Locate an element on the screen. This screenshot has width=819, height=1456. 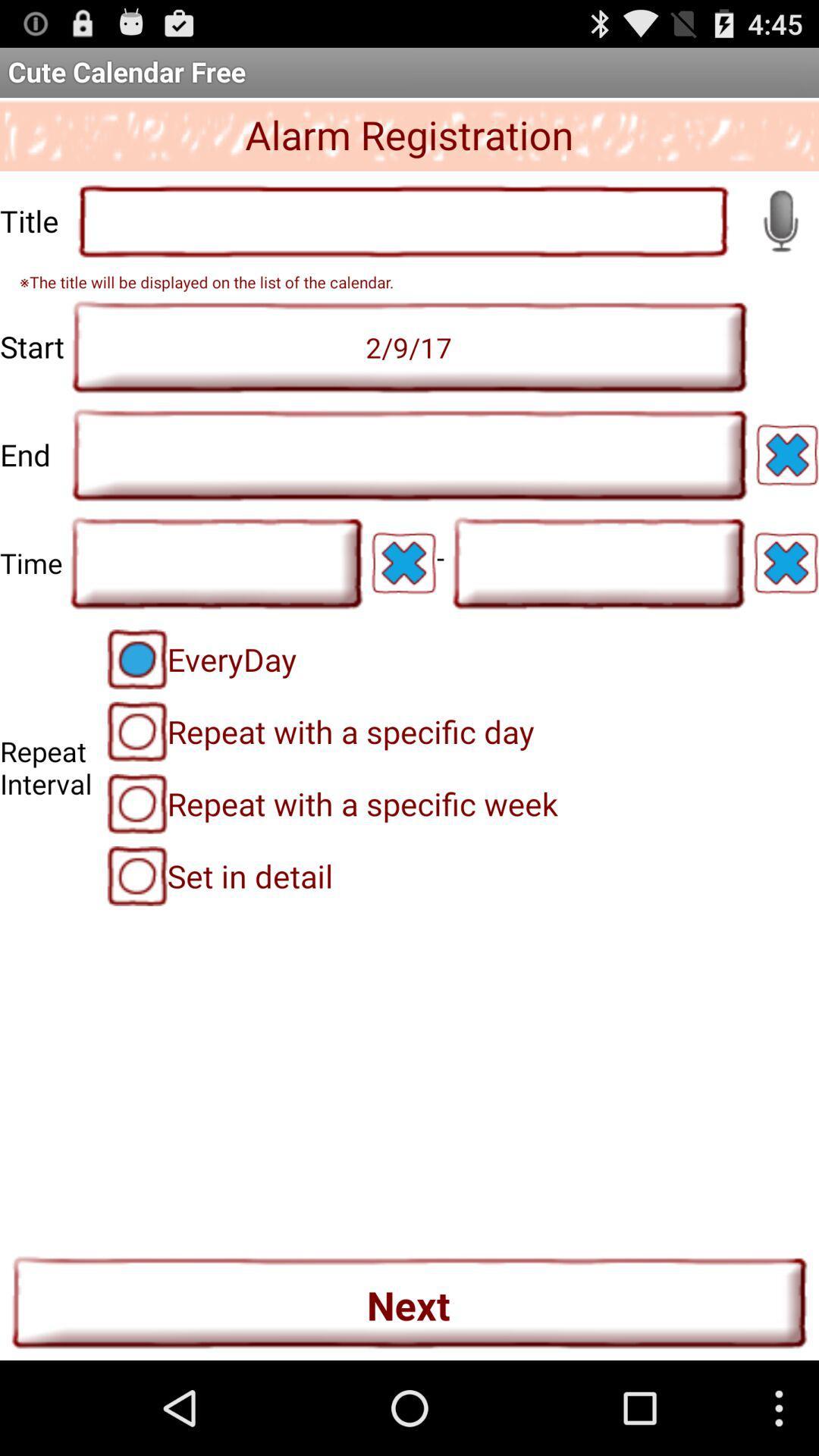
change alarm sound is located at coordinates (780, 220).